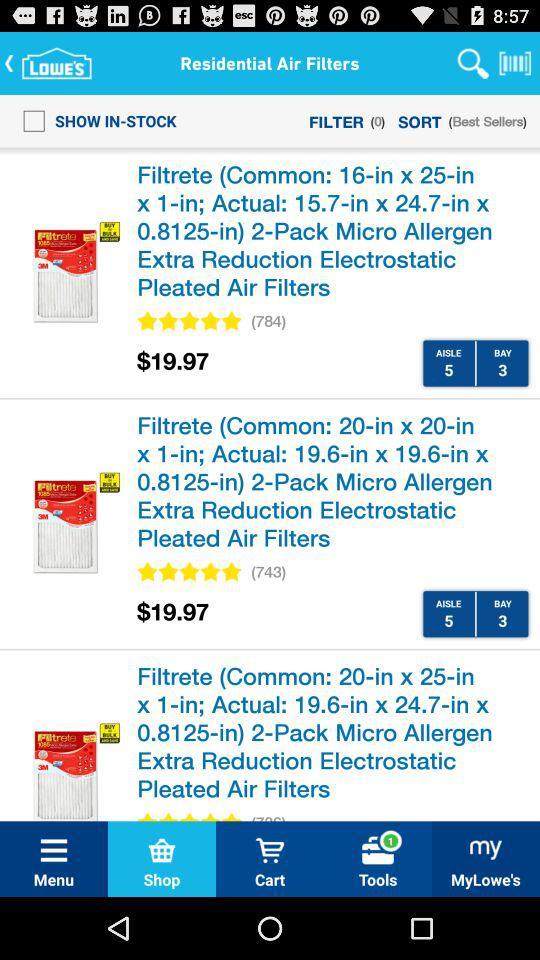 The height and width of the screenshot is (960, 540). Describe the element at coordinates (93, 120) in the screenshot. I see `item to the left of filter` at that location.